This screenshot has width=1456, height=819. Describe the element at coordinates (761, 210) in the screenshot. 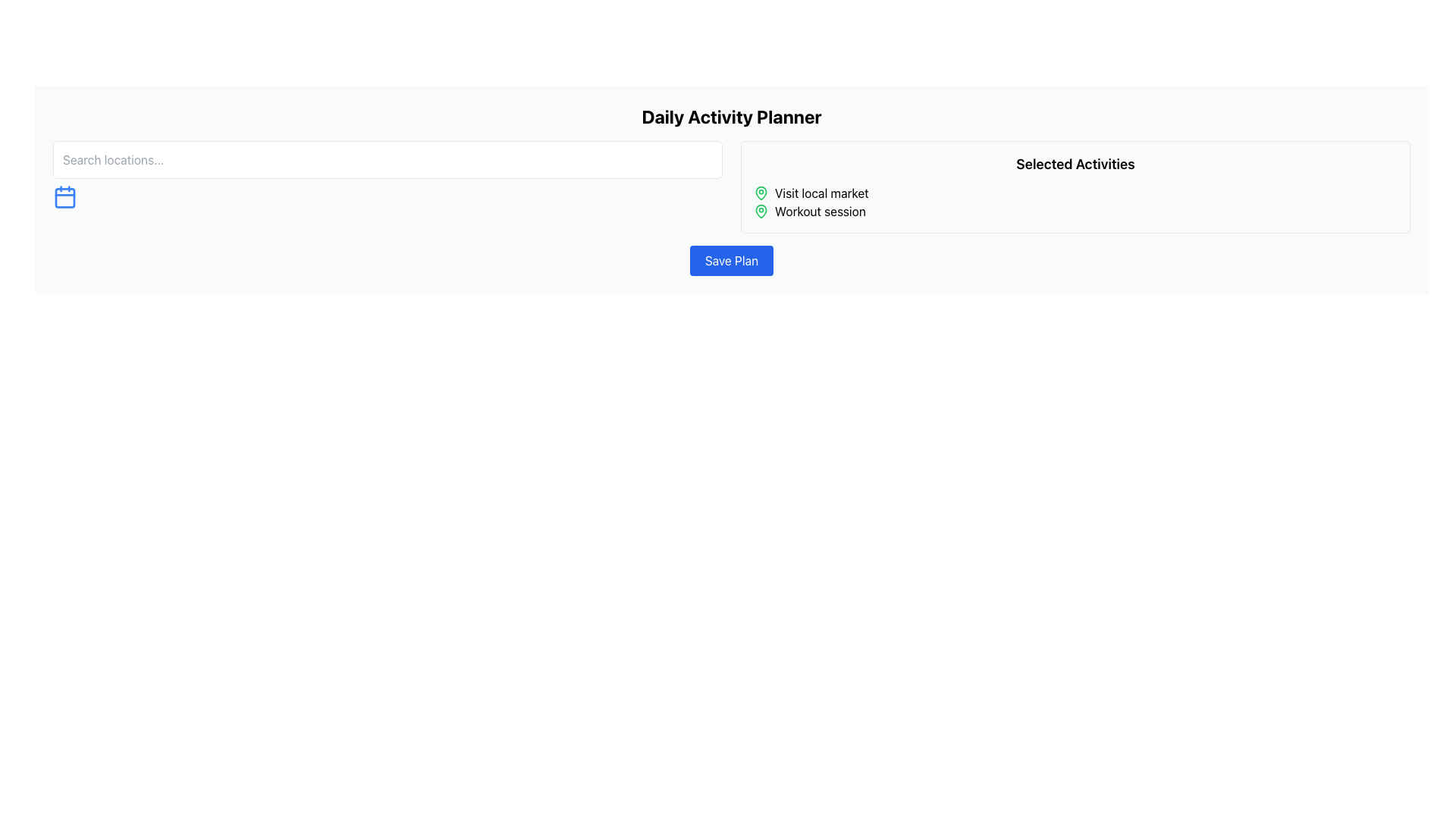

I see `the green location pin icon located to the left of the text 'Visit local market' in the 'Selected Activities' section` at that location.